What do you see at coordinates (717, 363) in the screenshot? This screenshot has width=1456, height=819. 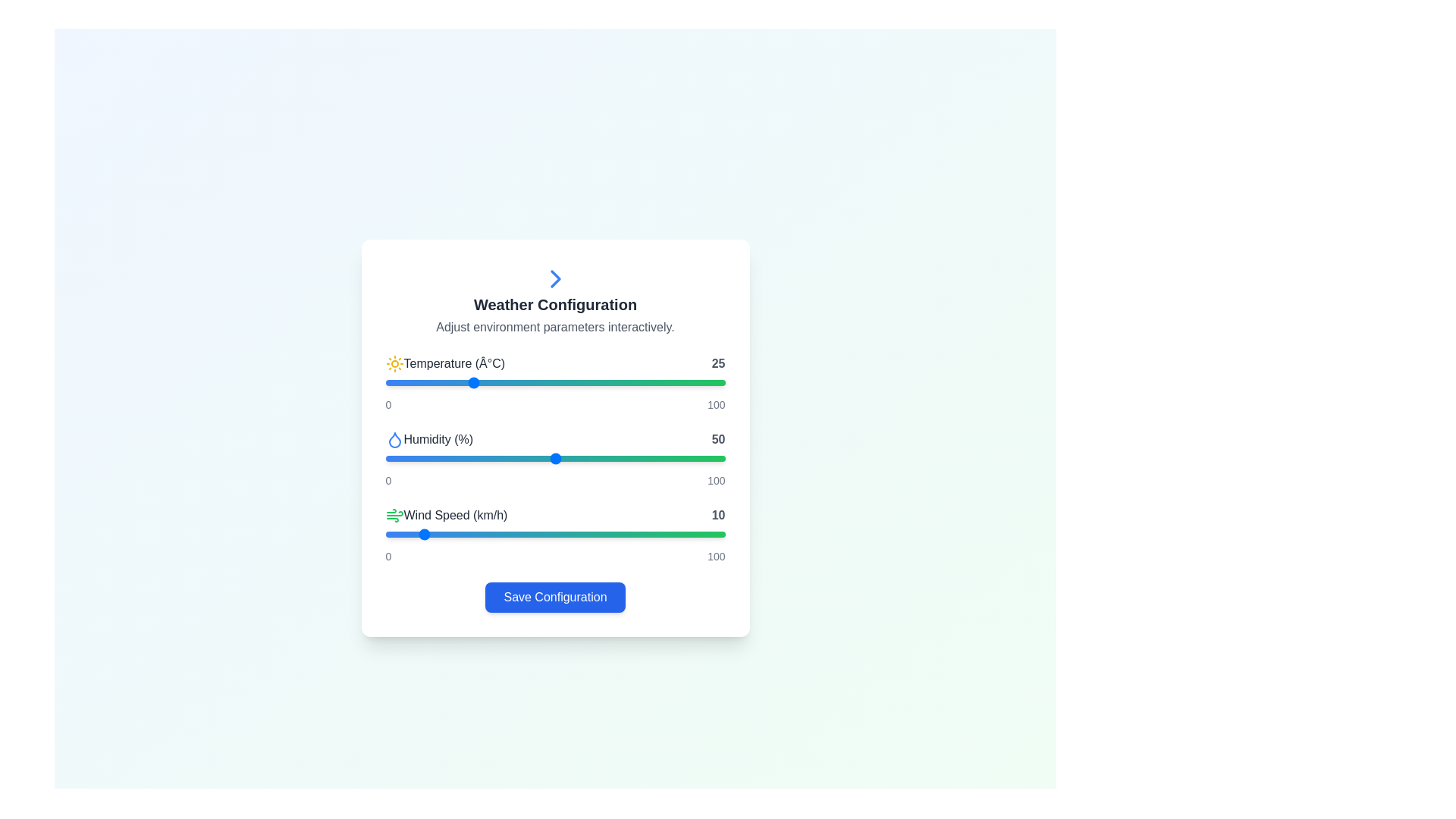 I see `the Text display element that shows the current temperature value in degrees Celsius, located at the rightmost side of the 'Weather Configuration' section` at bounding box center [717, 363].